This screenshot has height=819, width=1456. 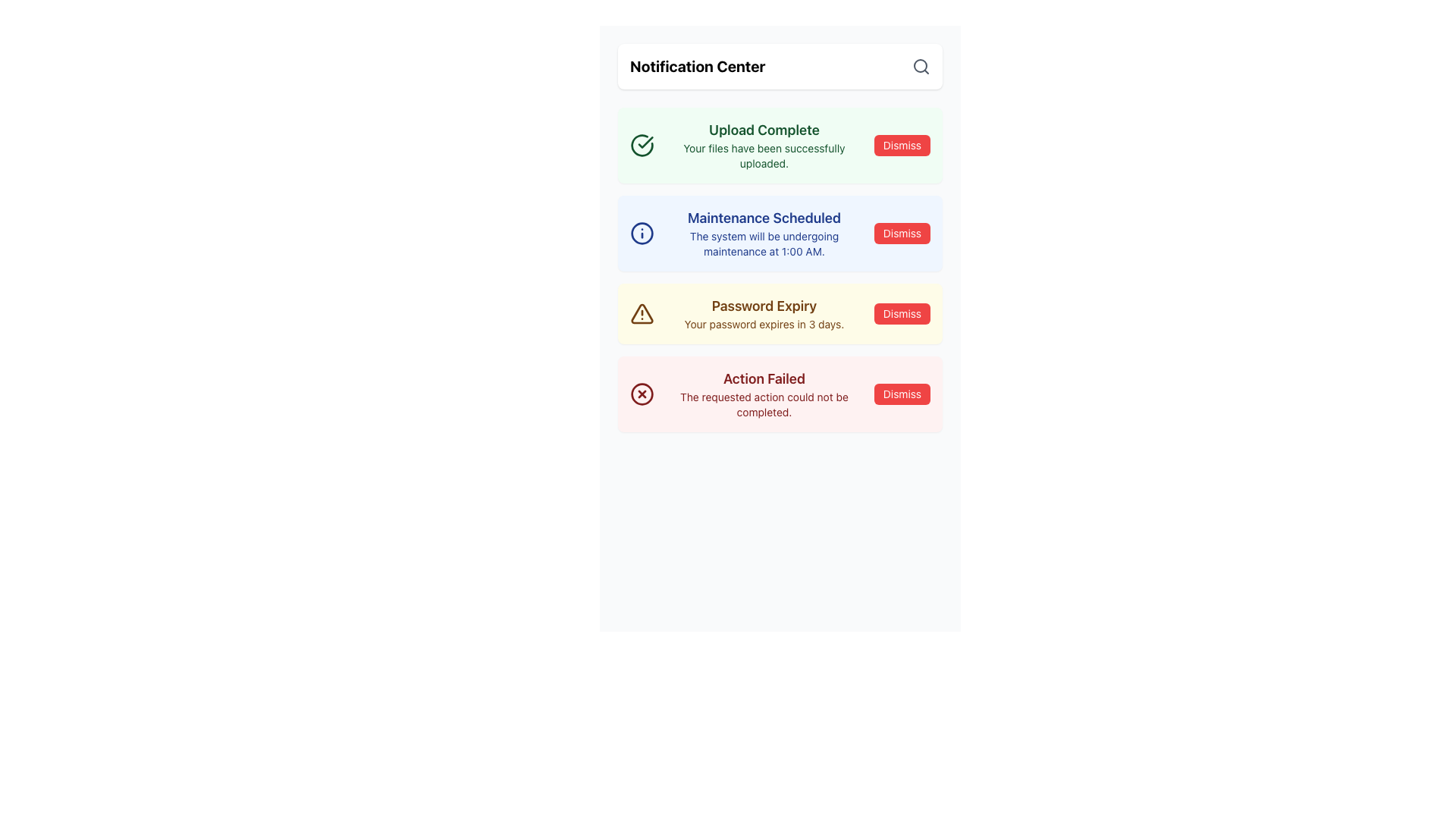 I want to click on the notification titled 'Maintenance Scheduled' in the second row of the notification list, which has a blue background and is located to the left of the red 'Dismiss' button, so click(x=764, y=234).